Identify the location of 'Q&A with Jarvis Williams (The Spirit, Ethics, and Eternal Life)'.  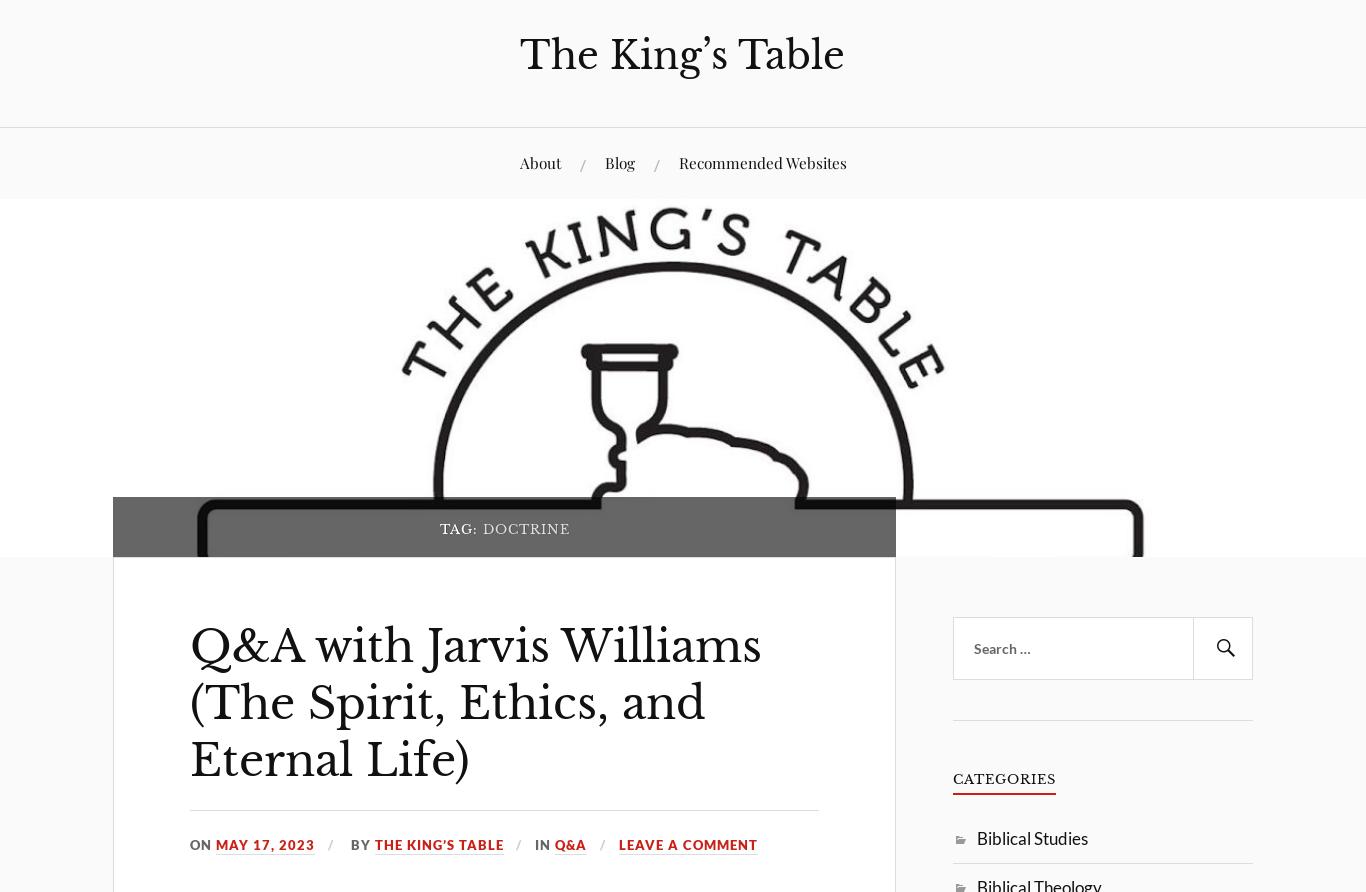
(476, 702).